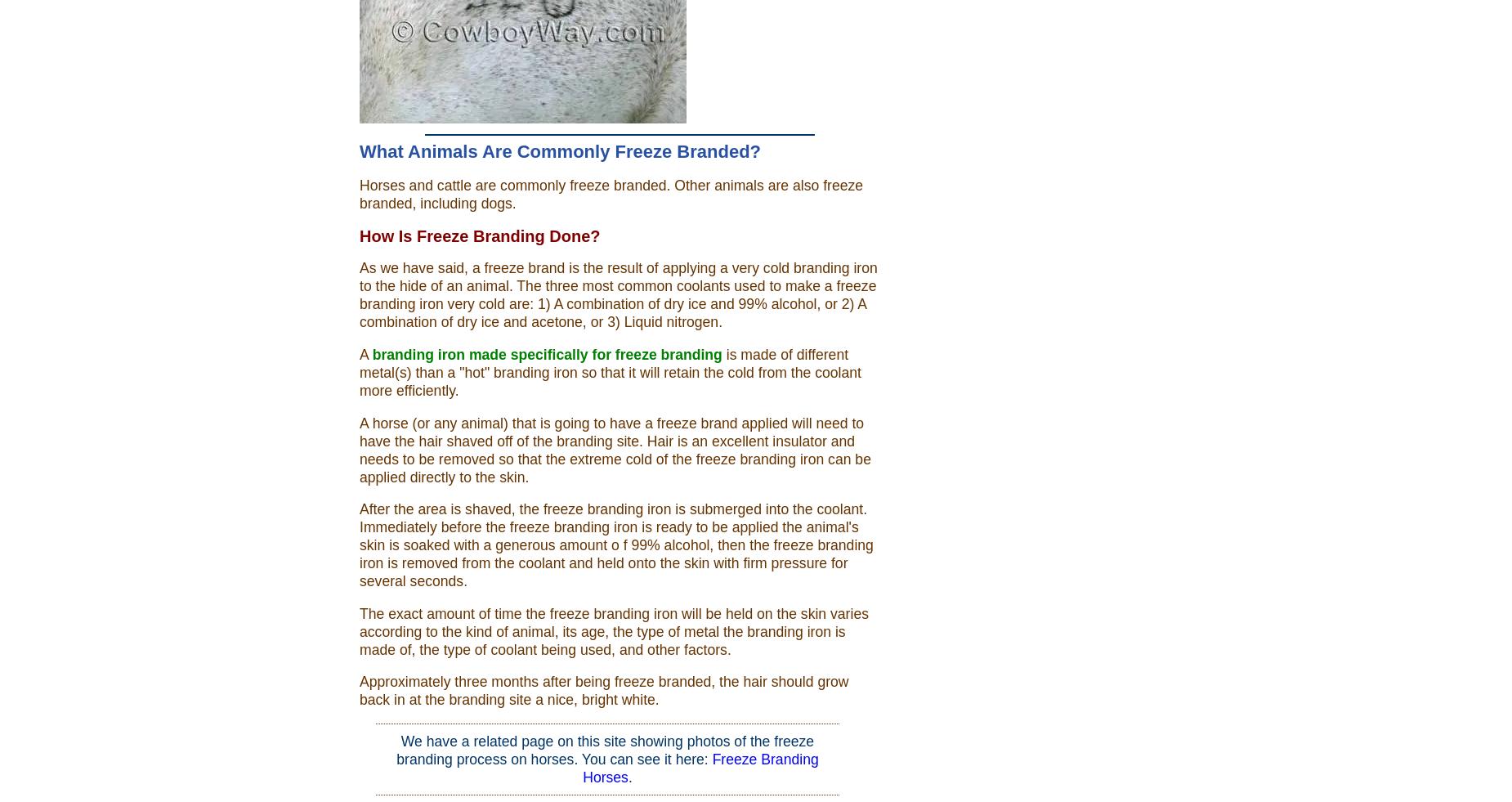  What do you see at coordinates (616, 544) in the screenshot?
I see `'After the area is shaved, the freeze branding iron is submerged into
the coolant. Immediately before the freeze branding iron is ready to be
applied the animal's skin is soaked with a generous amount o
f 99% alcohol, then the freeze branding iron is removed from the
coolant and held onto the skin with firm pressure for several
seconds.'` at bounding box center [616, 544].